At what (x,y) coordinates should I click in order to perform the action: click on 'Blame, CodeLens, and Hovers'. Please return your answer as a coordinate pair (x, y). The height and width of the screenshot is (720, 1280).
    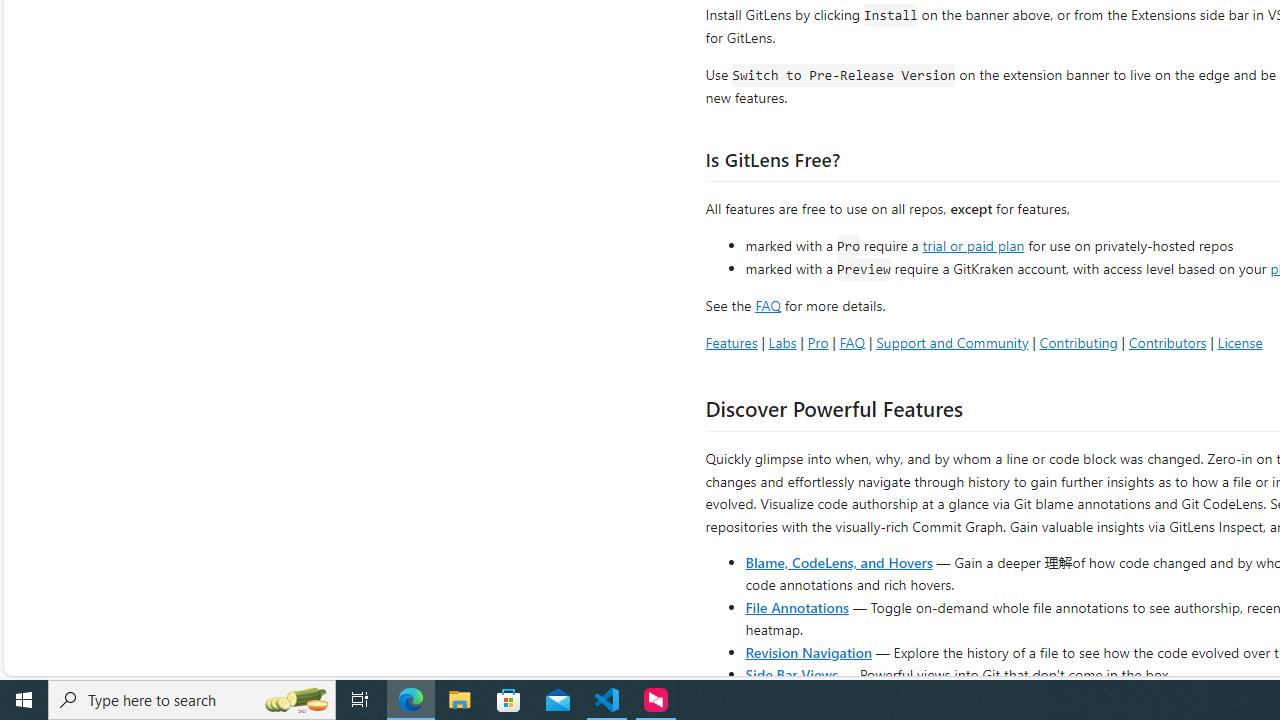
    Looking at the image, I should click on (839, 561).